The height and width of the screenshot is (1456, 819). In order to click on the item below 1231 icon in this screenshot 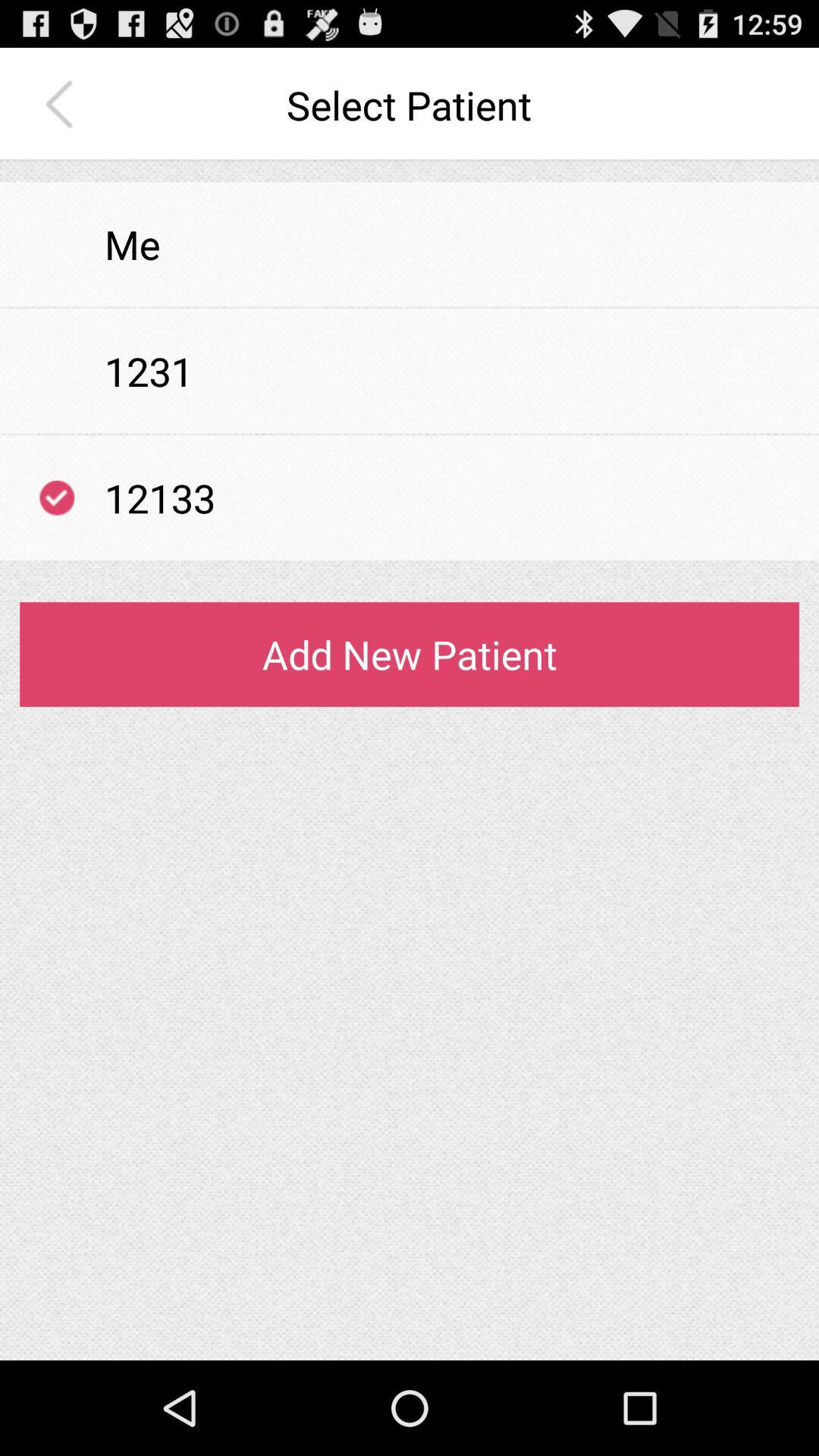, I will do `click(409, 433)`.